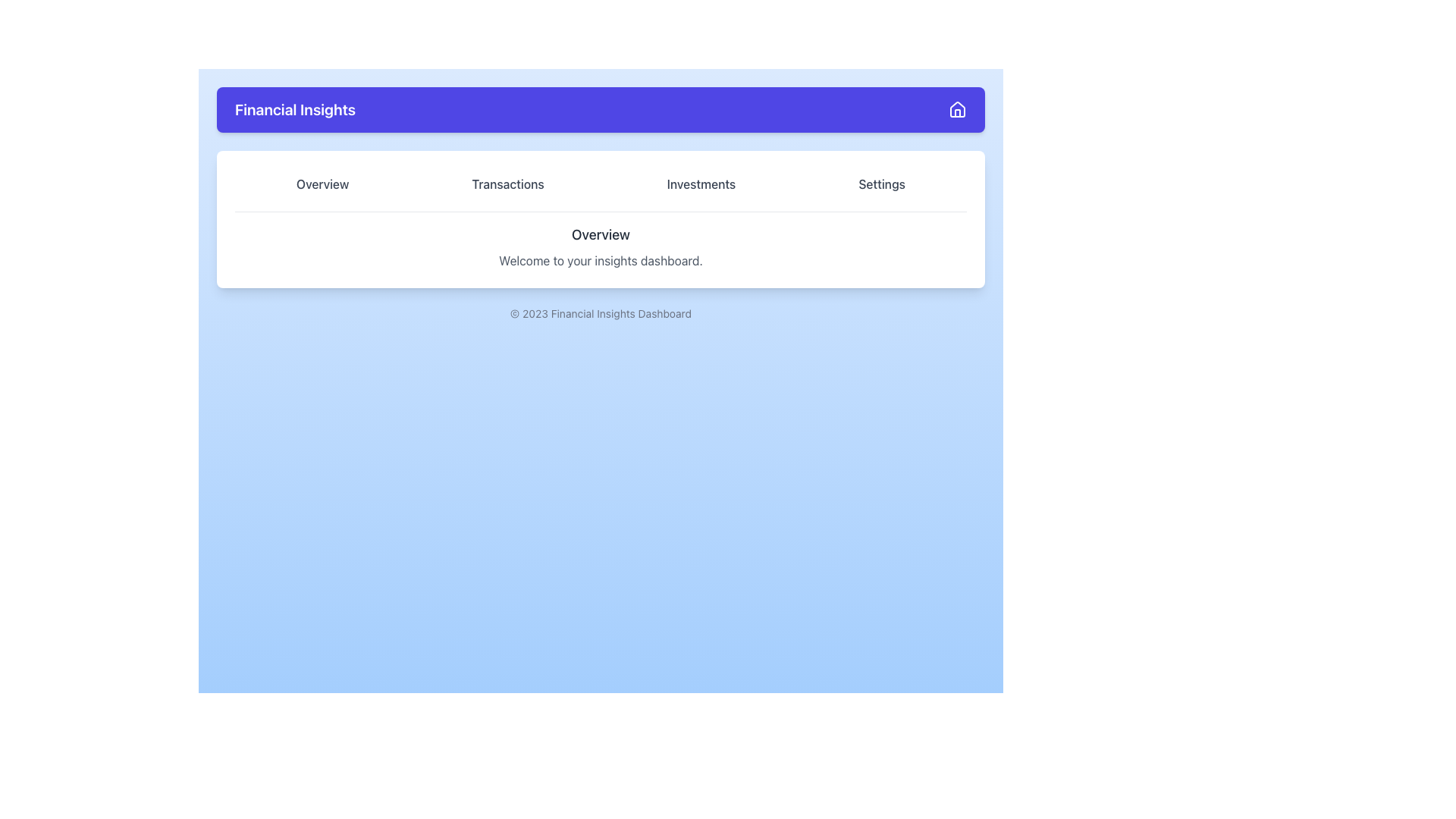 This screenshot has height=819, width=1456. Describe the element at coordinates (600, 234) in the screenshot. I see `the static text element styled as a heading, which serves as a prominent title for the section, located centrally above a descriptive text element and below a horizontal menu bar` at that location.